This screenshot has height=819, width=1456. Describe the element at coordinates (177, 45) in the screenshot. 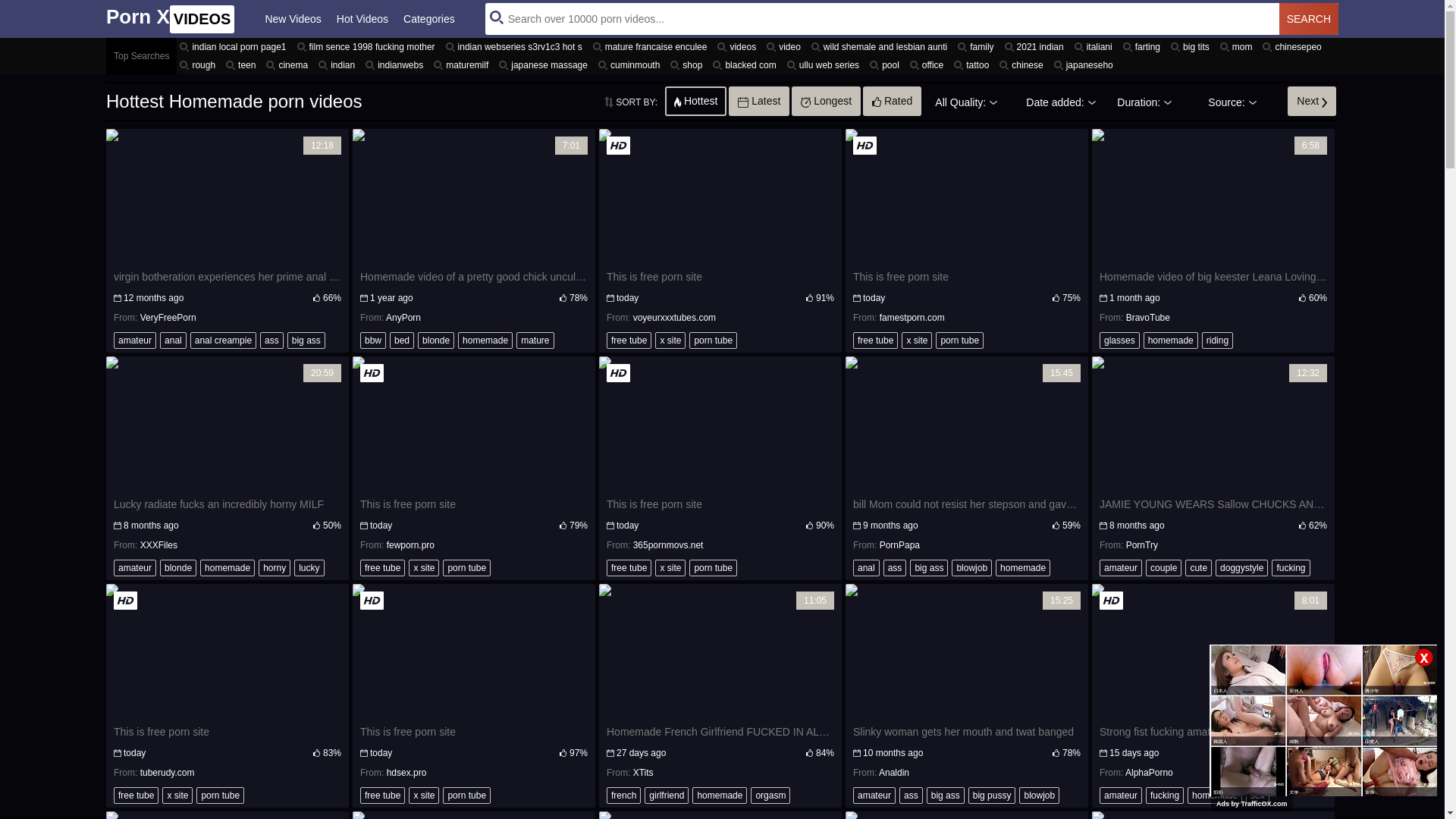

I see `'indian local porn page1'` at that location.